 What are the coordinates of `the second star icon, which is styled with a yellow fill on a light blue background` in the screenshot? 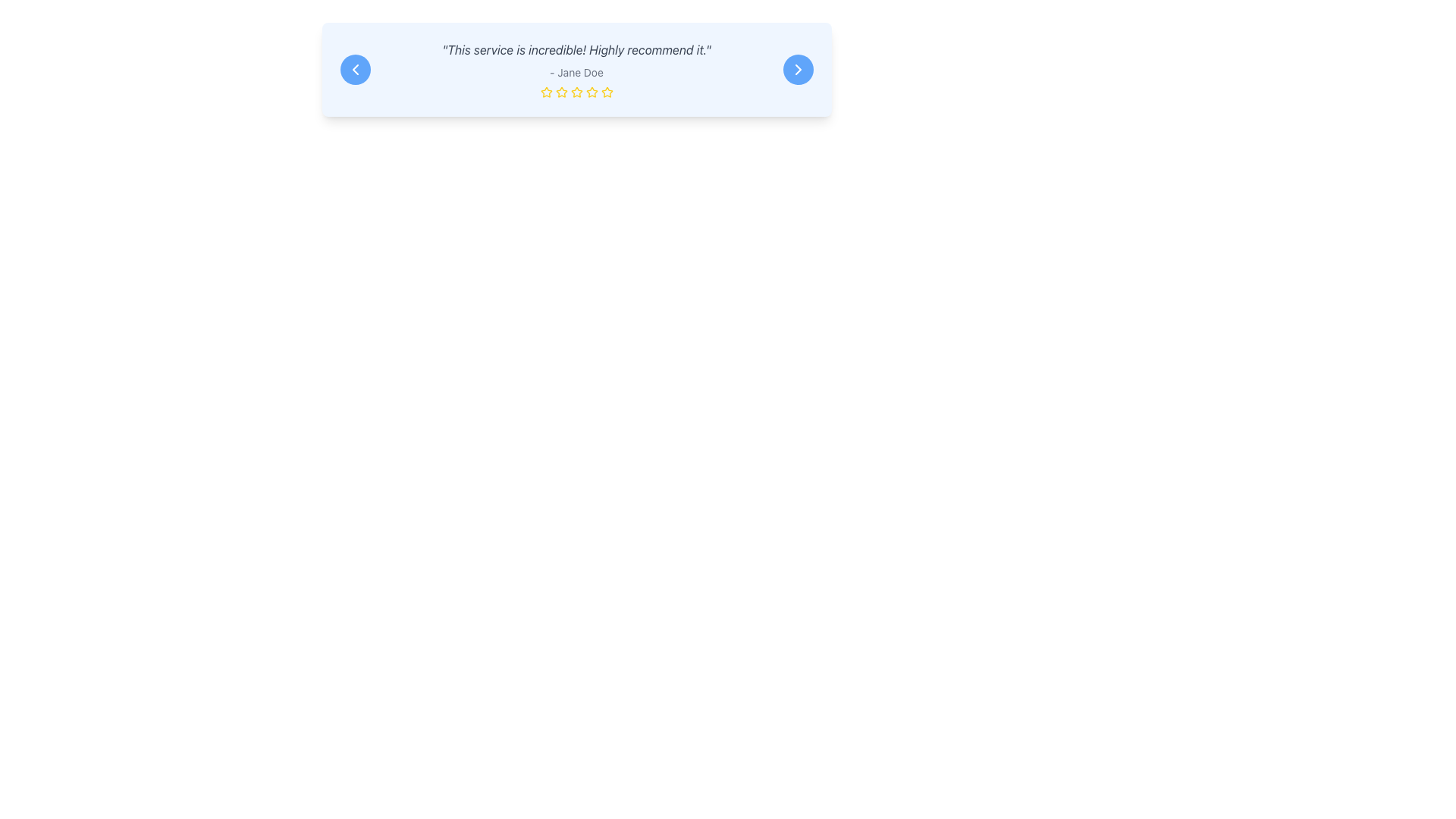 It's located at (560, 92).